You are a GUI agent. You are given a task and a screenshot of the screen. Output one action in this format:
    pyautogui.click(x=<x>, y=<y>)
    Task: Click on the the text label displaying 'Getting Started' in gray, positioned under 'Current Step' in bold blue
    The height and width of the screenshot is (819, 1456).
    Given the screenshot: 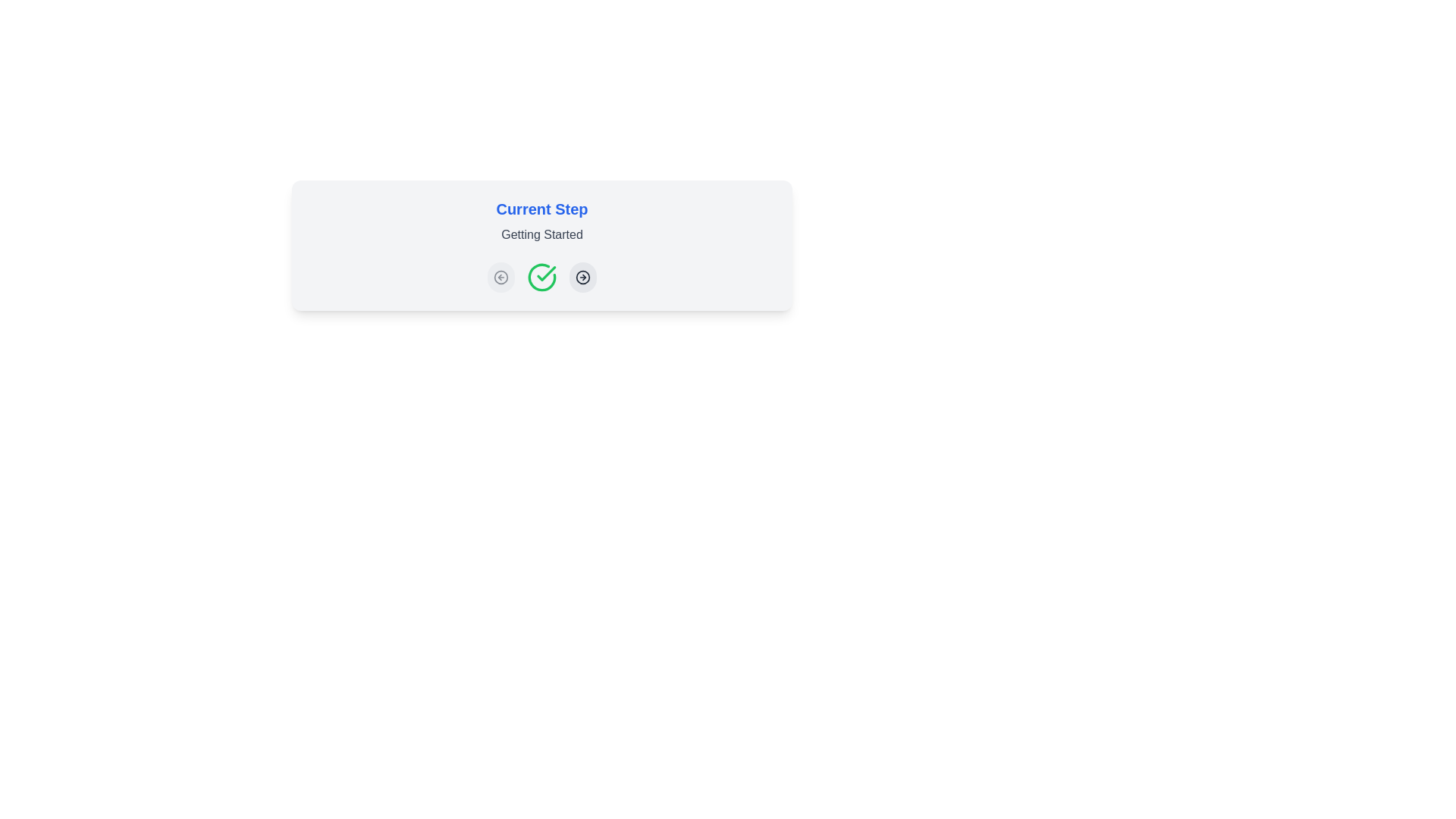 What is the action you would take?
    pyautogui.click(x=542, y=234)
    